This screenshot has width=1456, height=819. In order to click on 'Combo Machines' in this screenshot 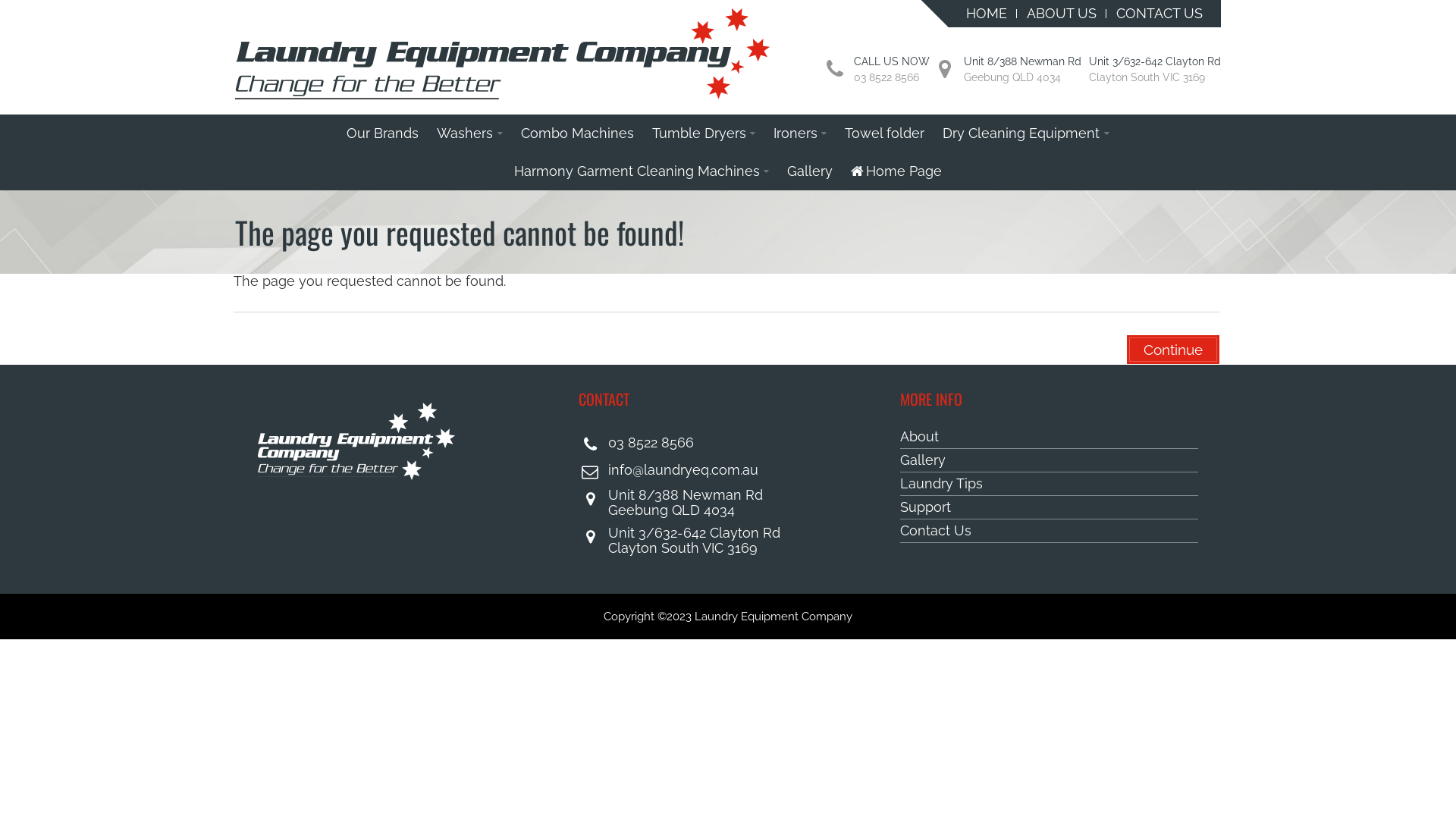, I will do `click(576, 133)`.